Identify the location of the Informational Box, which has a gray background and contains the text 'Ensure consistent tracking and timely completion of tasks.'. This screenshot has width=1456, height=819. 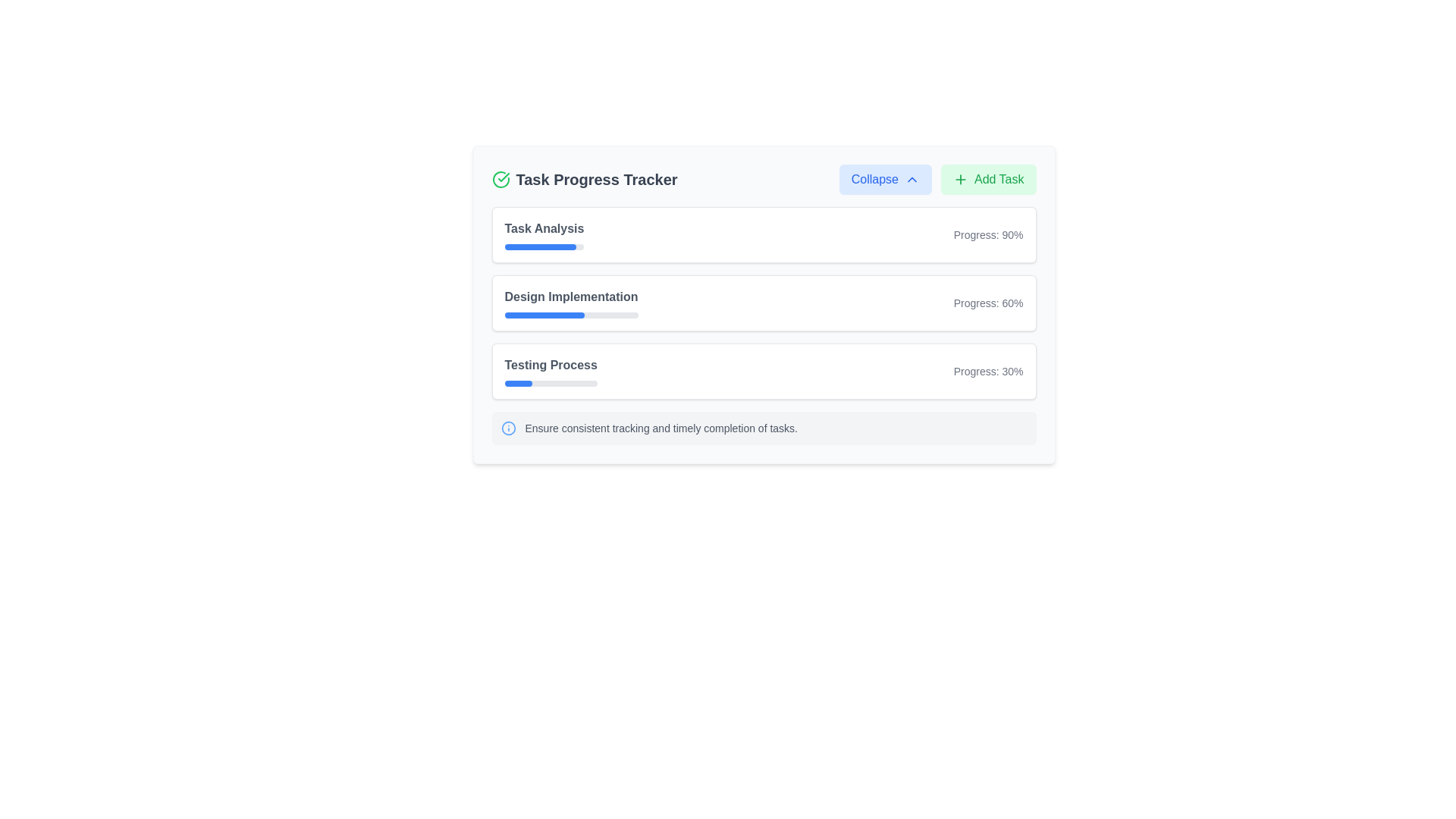
(764, 428).